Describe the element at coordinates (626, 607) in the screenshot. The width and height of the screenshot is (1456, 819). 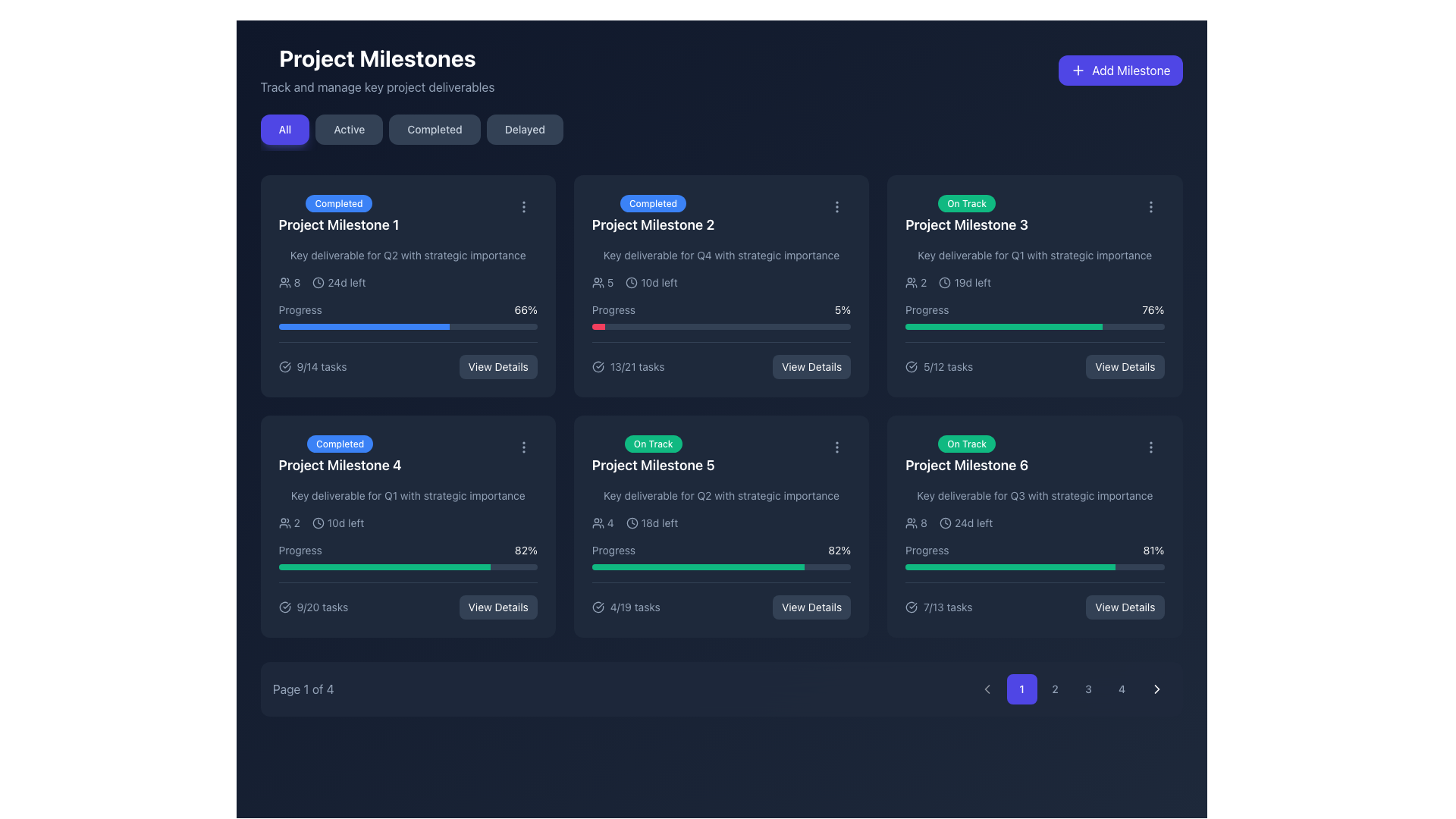
I see `the progress text label indicating the tasks related to 'Project Milestone 5', located at the bottom section of the card, to the left of the 'View Details' button` at that location.